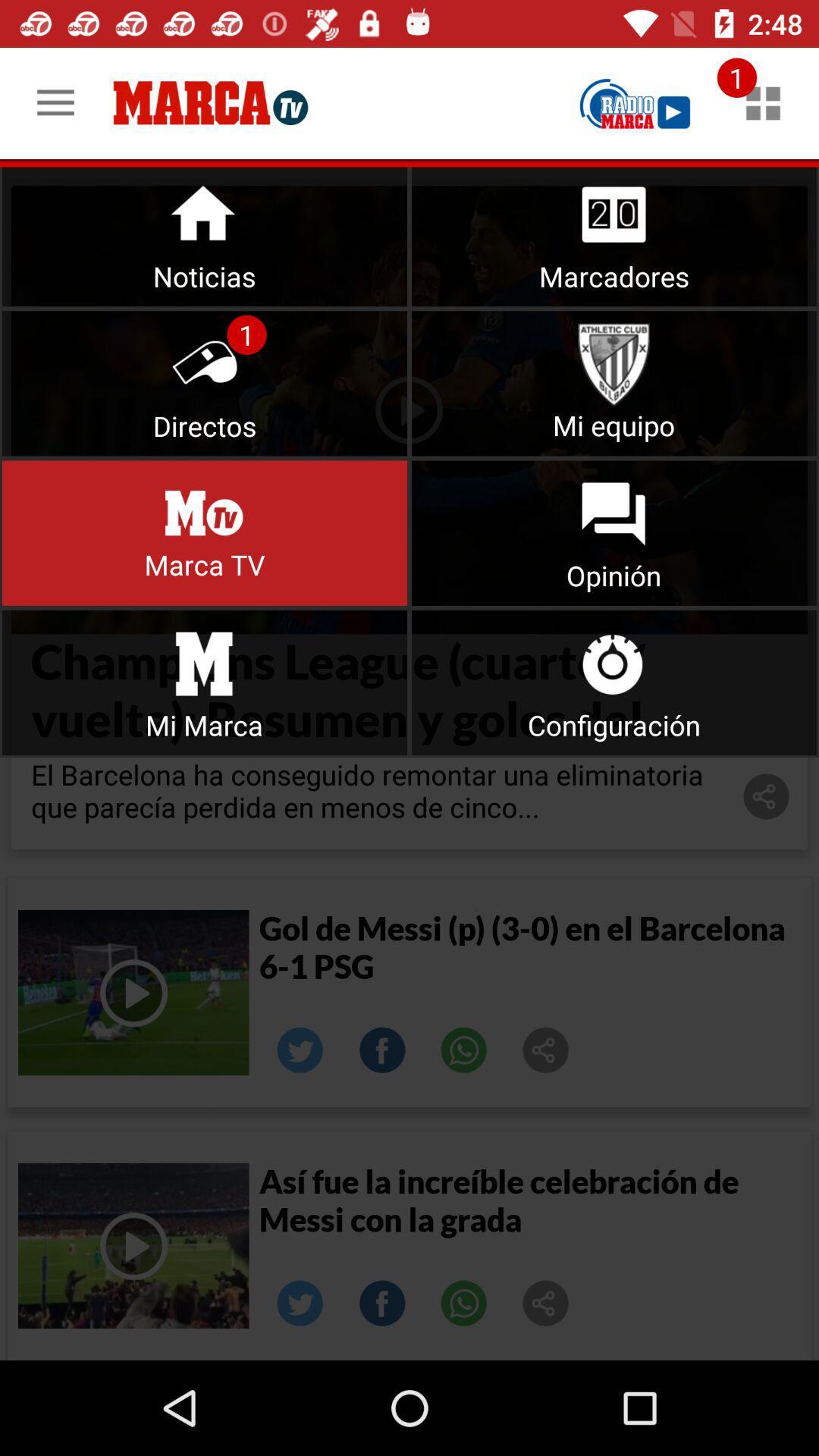  What do you see at coordinates (205, 682) in the screenshot?
I see `the icon above el barcelona ha` at bounding box center [205, 682].